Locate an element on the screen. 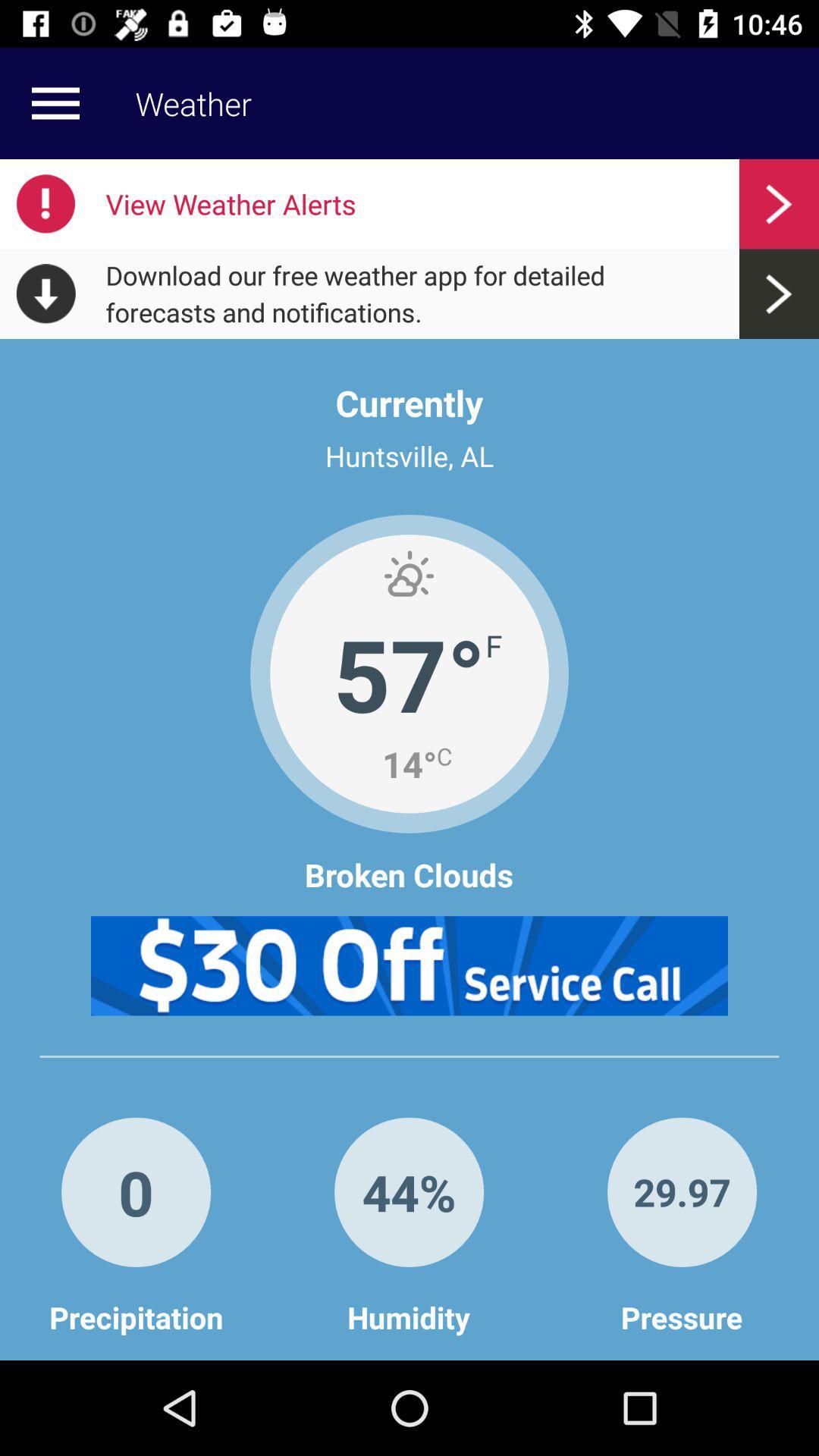 This screenshot has height=1456, width=819. open advertisement is located at coordinates (409, 965).